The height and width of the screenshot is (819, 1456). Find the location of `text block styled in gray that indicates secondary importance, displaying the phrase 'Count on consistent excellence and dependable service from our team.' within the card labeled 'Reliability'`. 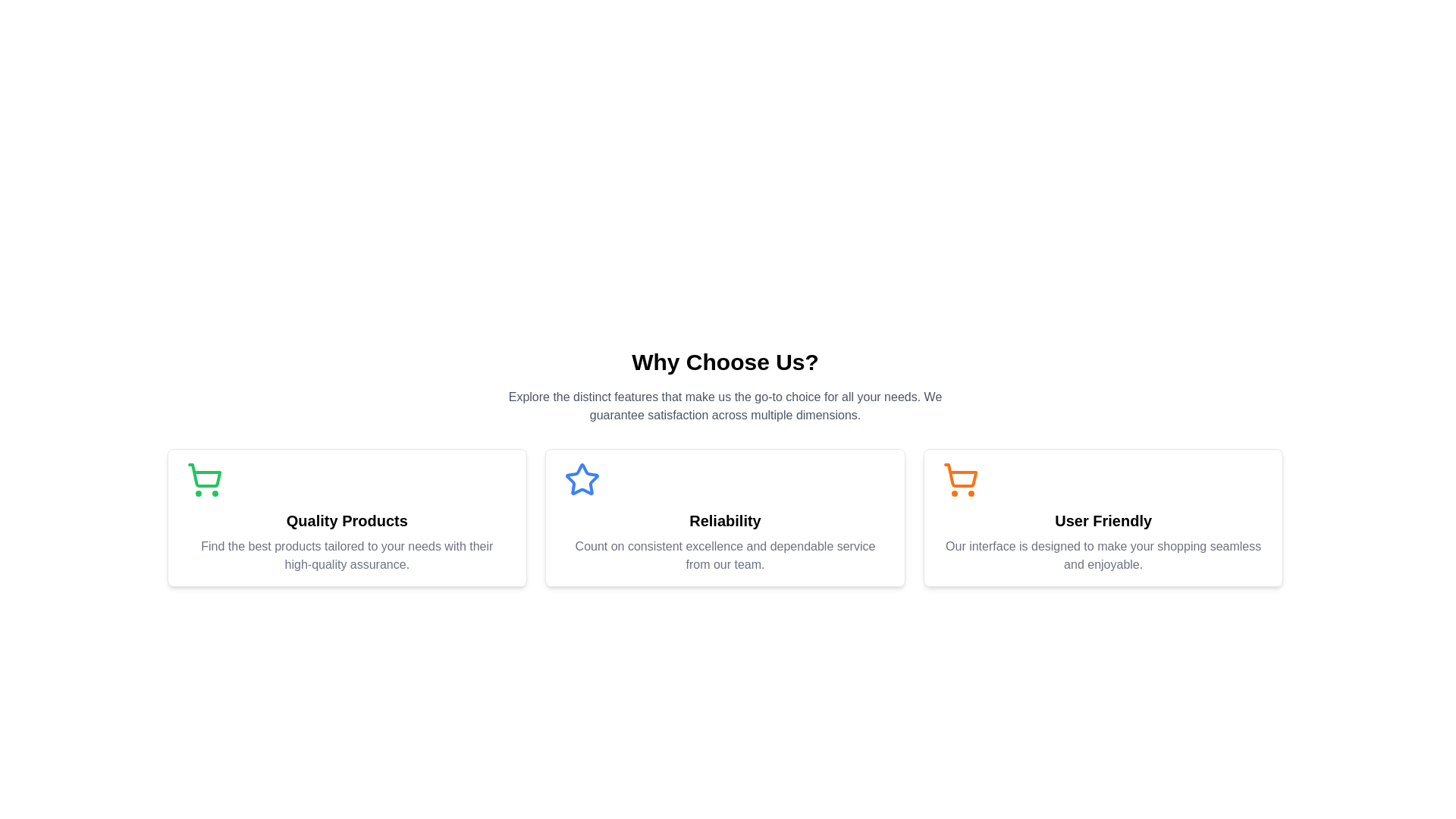

text block styled in gray that indicates secondary importance, displaying the phrase 'Count on consistent excellence and dependable service from our team.' within the card labeled 'Reliability' is located at coordinates (724, 555).